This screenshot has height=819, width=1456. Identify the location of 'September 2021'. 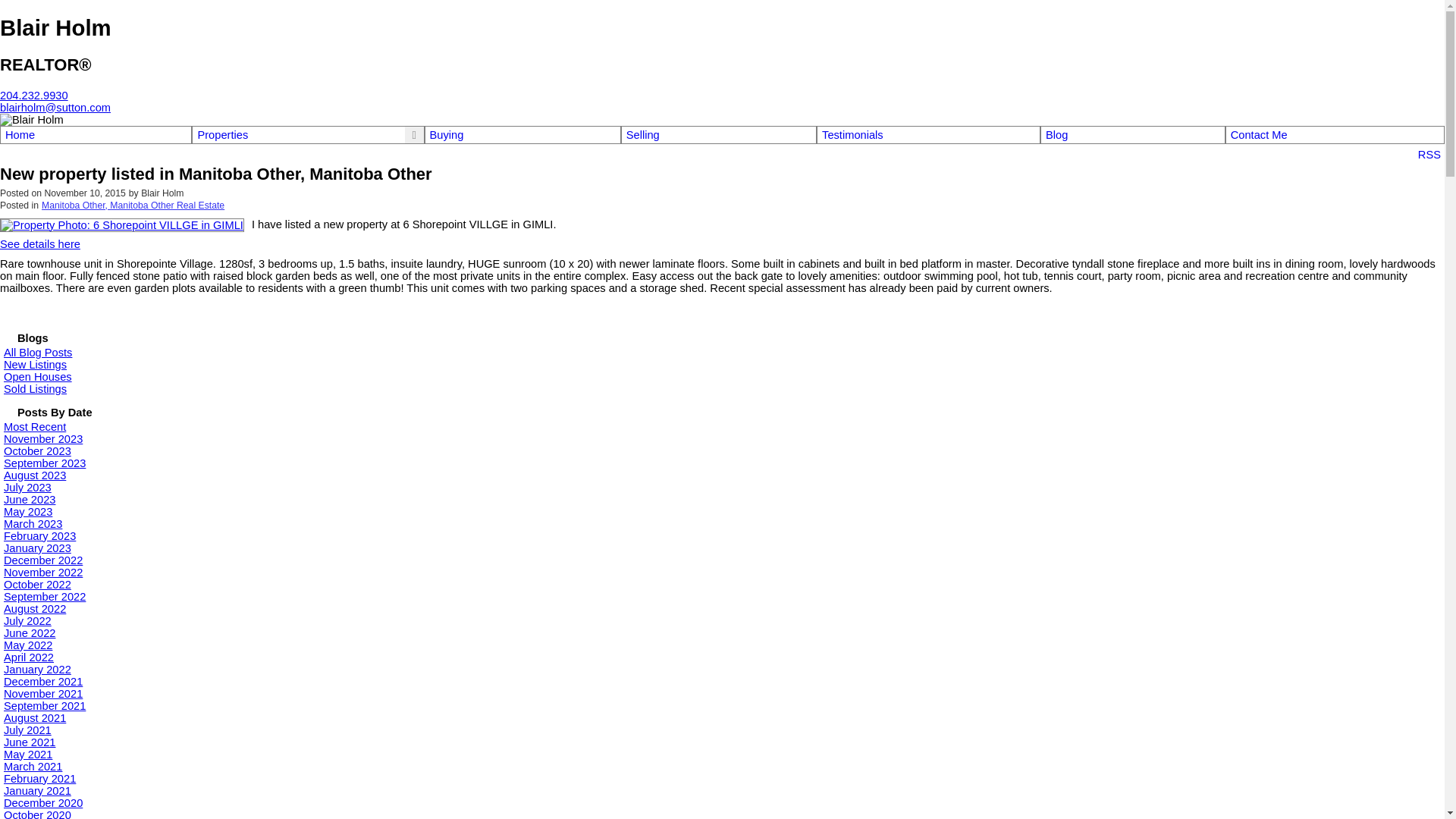
(3, 705).